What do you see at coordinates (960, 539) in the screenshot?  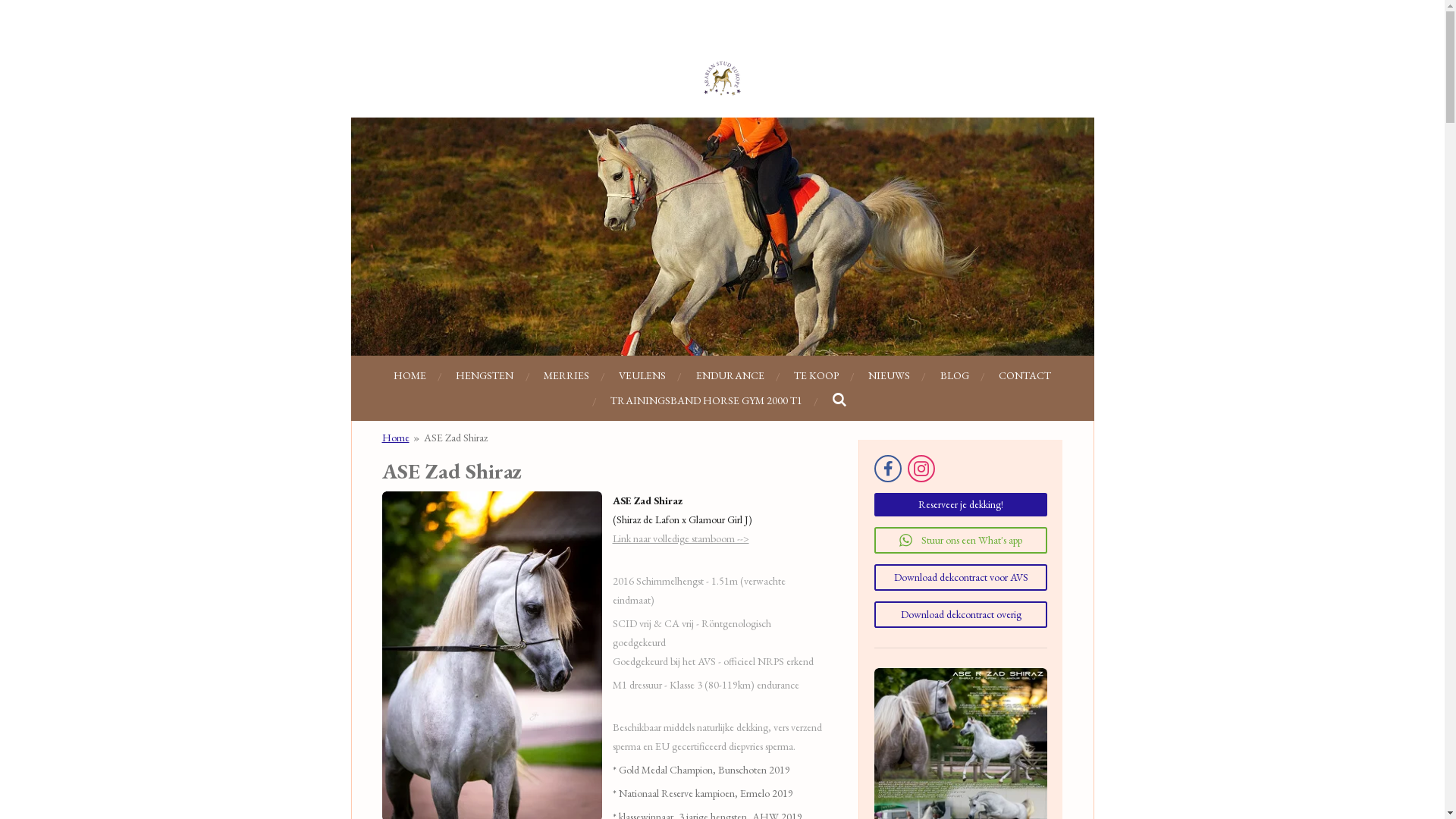 I see `'Stuur ons een What's app'` at bounding box center [960, 539].